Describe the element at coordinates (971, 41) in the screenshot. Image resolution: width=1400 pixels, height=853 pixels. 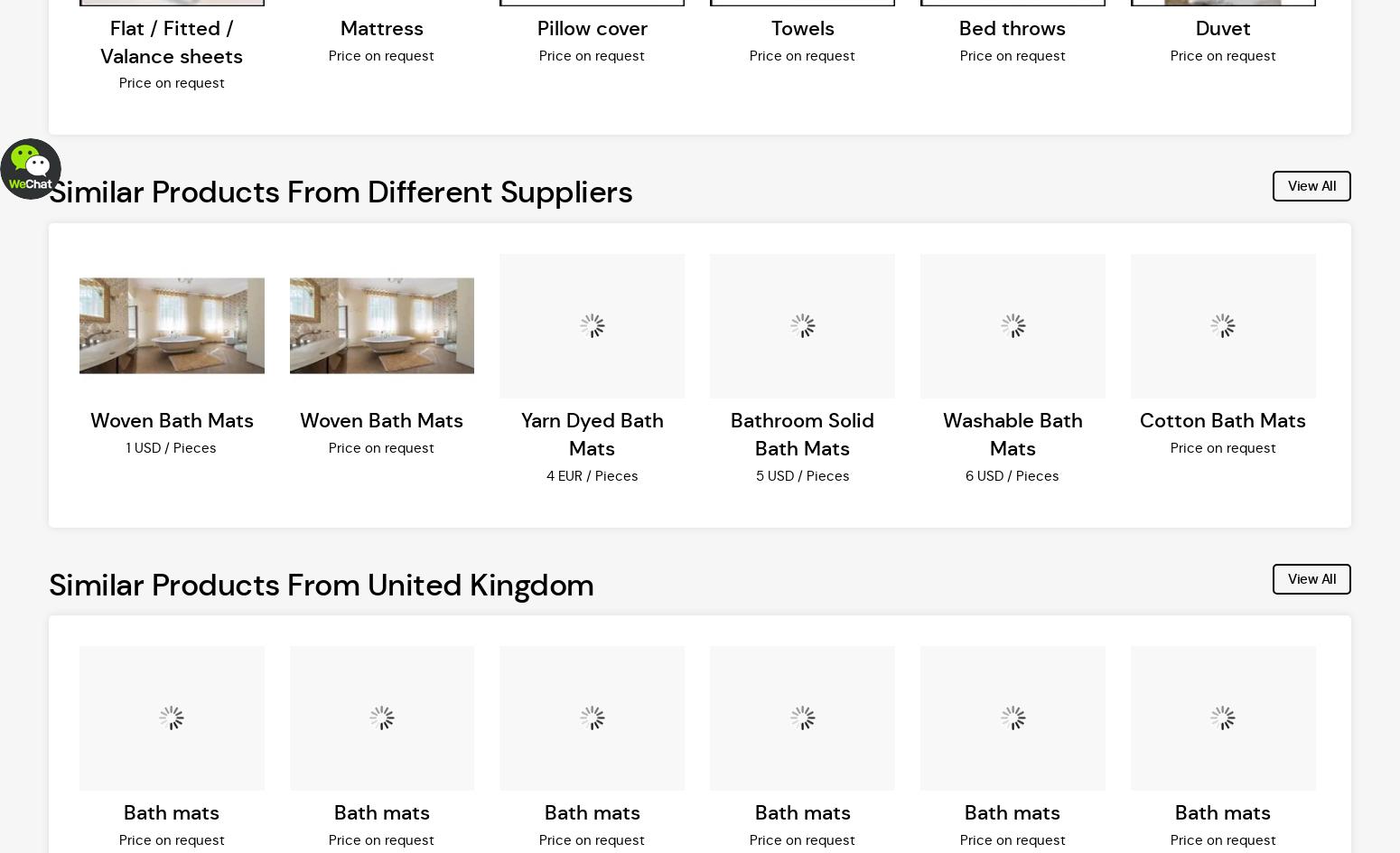
I see `'Accessories & Equipments'` at that location.